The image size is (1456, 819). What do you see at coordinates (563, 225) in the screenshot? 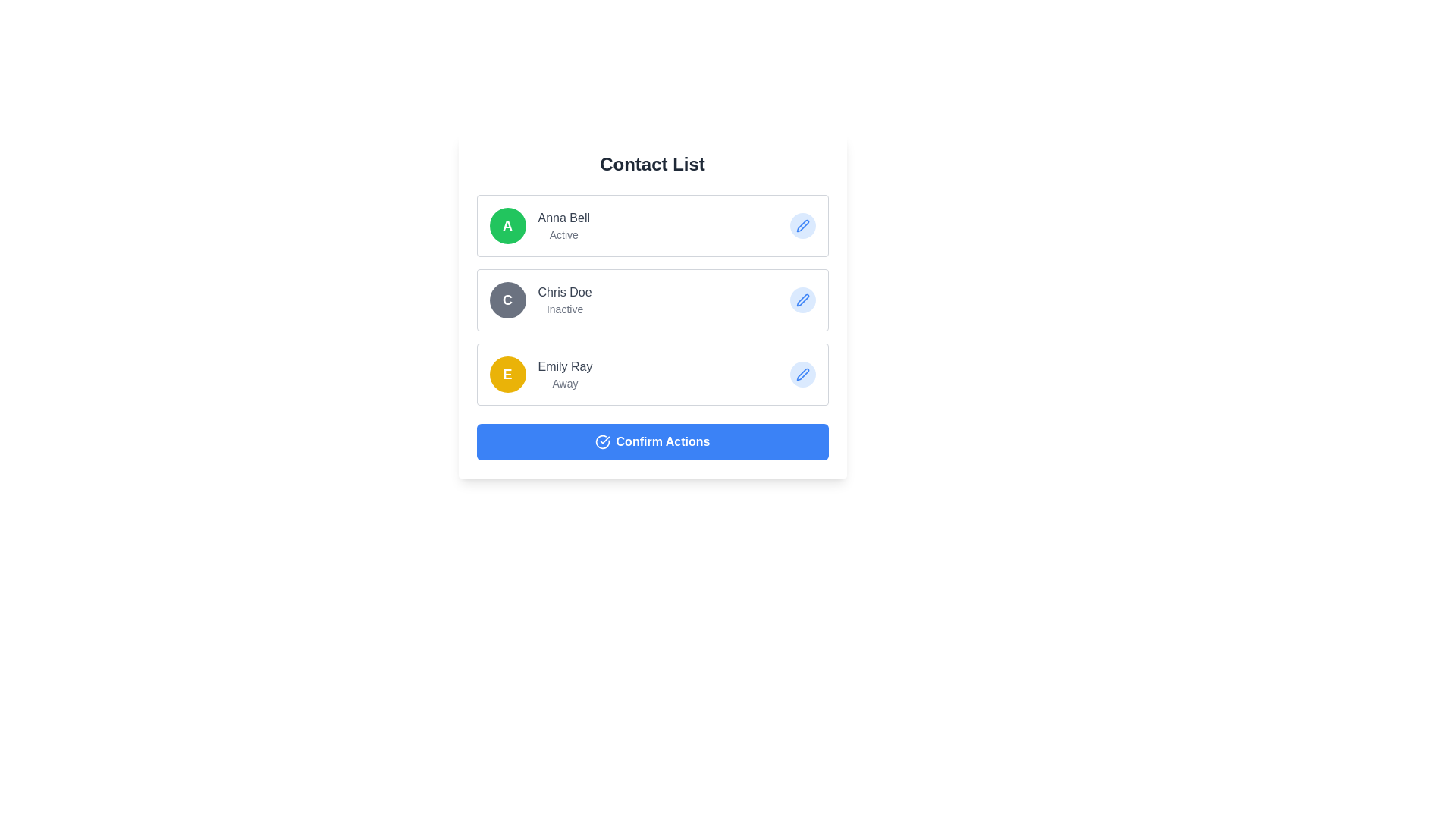
I see `the text display block that shows the name and activity status of the first contact in the contact list, which is located to the right of a circular icon with the letter 'A'` at bounding box center [563, 225].